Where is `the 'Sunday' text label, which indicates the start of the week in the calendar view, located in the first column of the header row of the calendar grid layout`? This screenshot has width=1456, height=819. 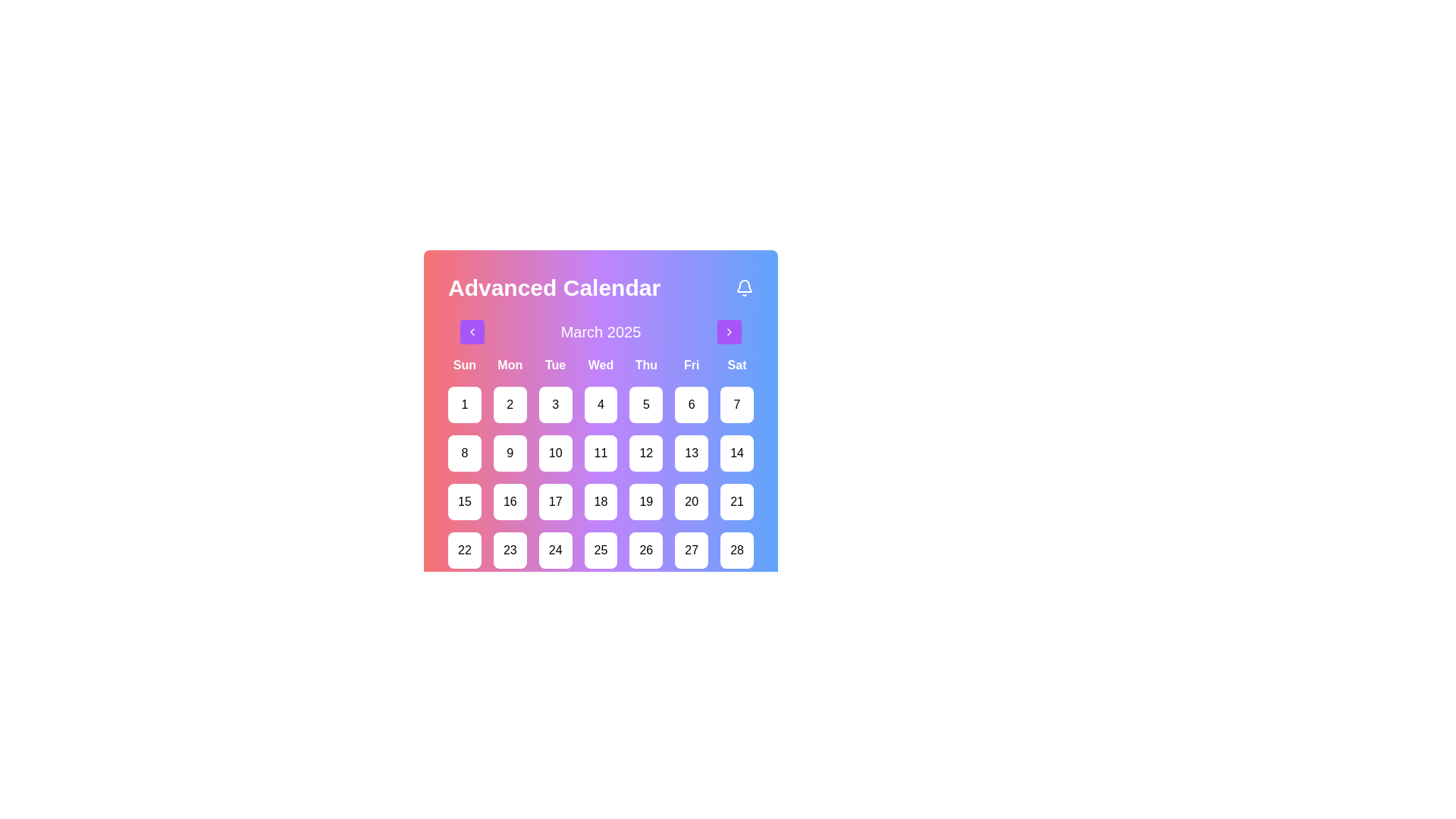
the 'Sunday' text label, which indicates the start of the week in the calendar view, located in the first column of the header row of the calendar grid layout is located at coordinates (463, 366).